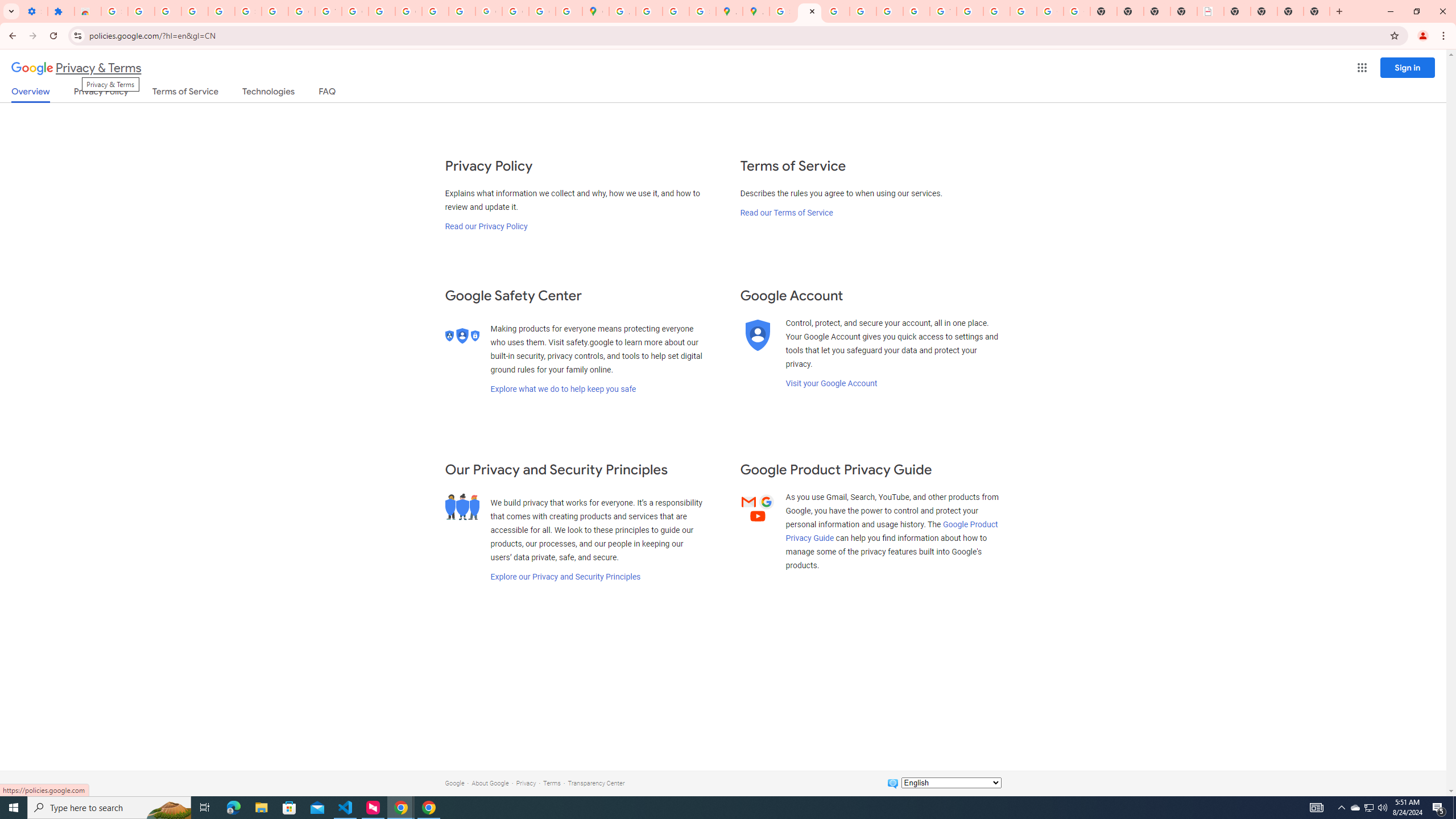  Describe the element at coordinates (34, 11) in the screenshot. I see `'Settings - On startup'` at that location.